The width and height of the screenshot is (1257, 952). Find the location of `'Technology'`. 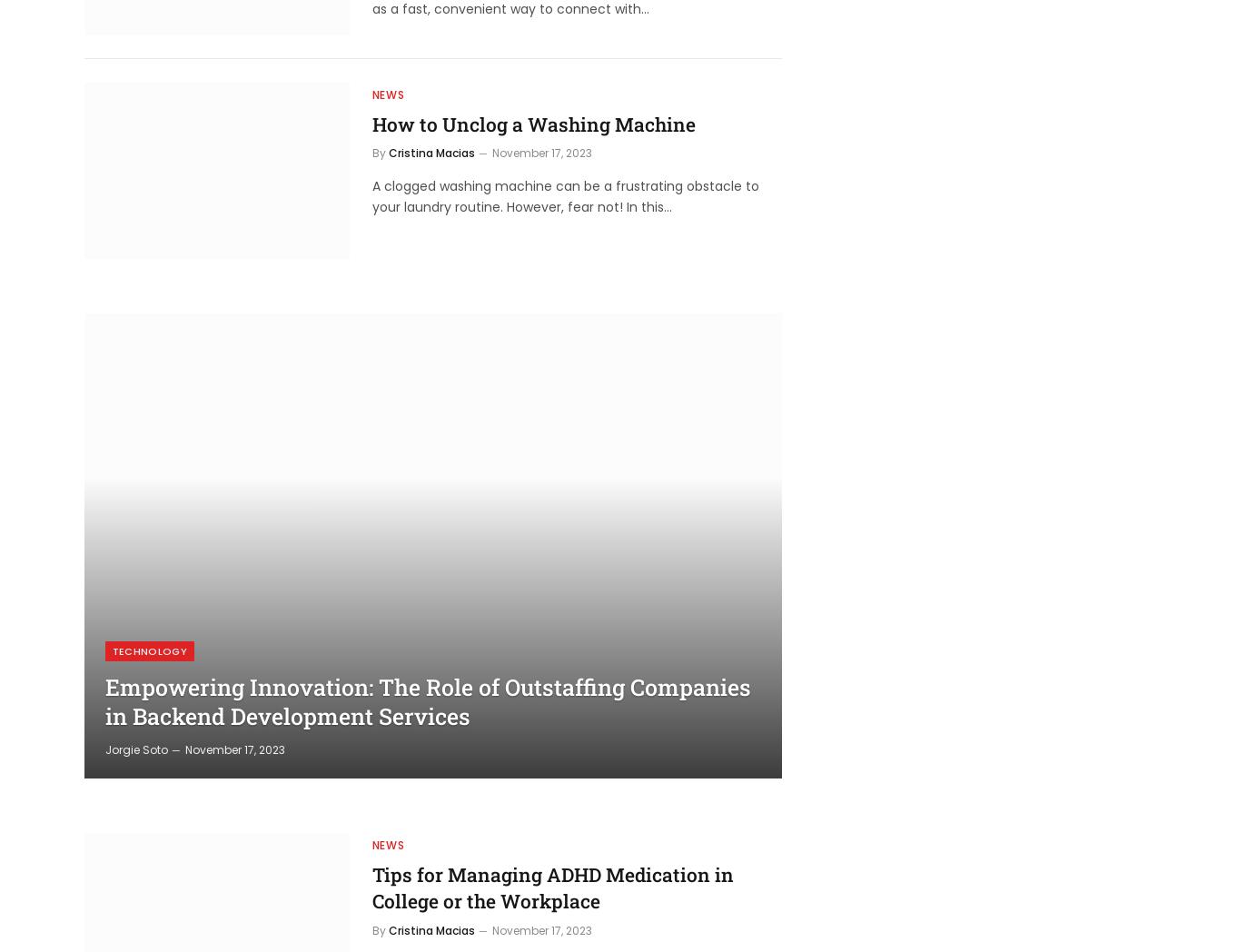

'Technology' is located at coordinates (148, 649).